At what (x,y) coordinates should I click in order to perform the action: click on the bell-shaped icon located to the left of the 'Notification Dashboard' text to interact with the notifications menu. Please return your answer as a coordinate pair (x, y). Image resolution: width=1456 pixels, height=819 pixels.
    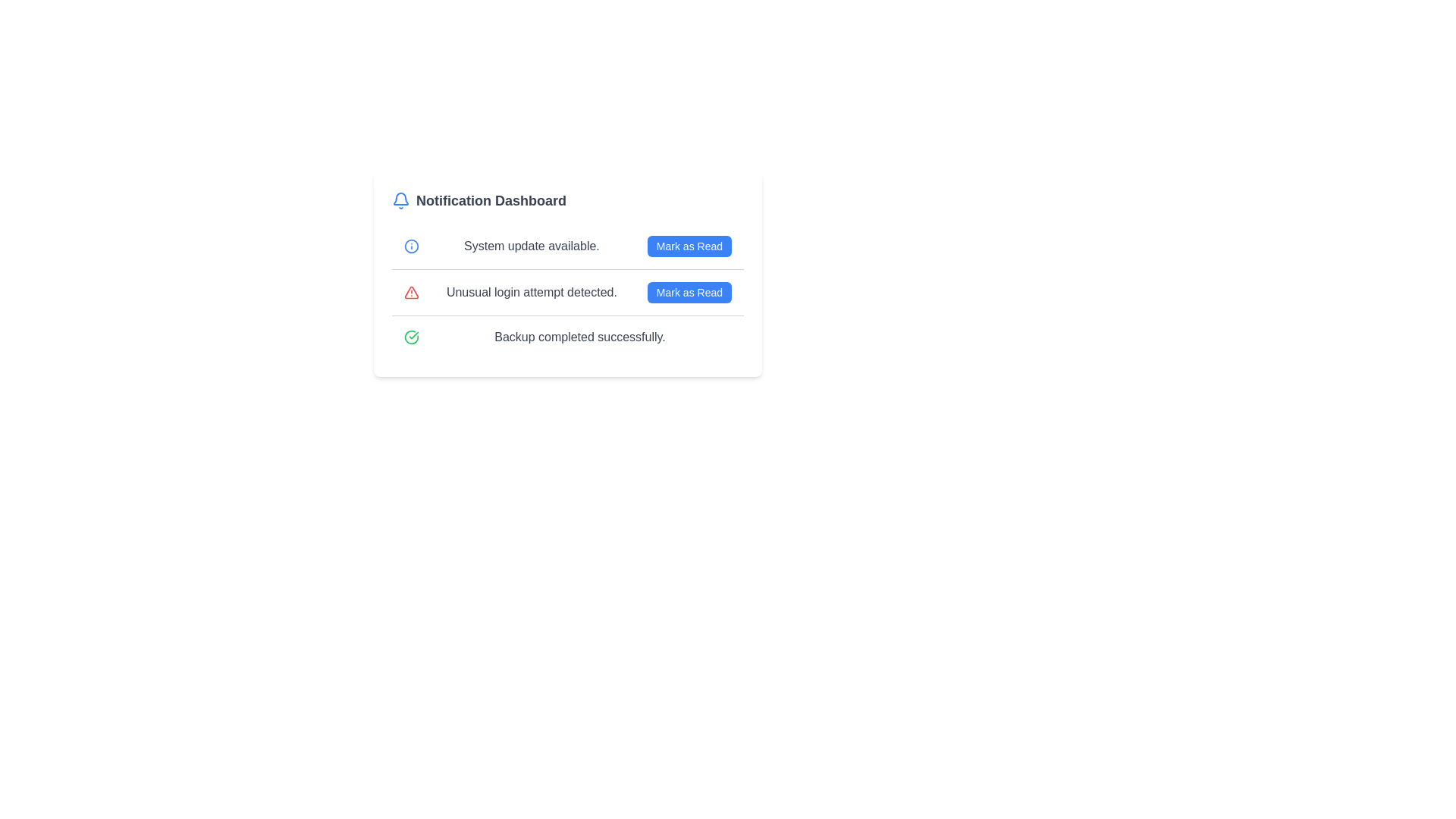
    Looking at the image, I should click on (400, 200).